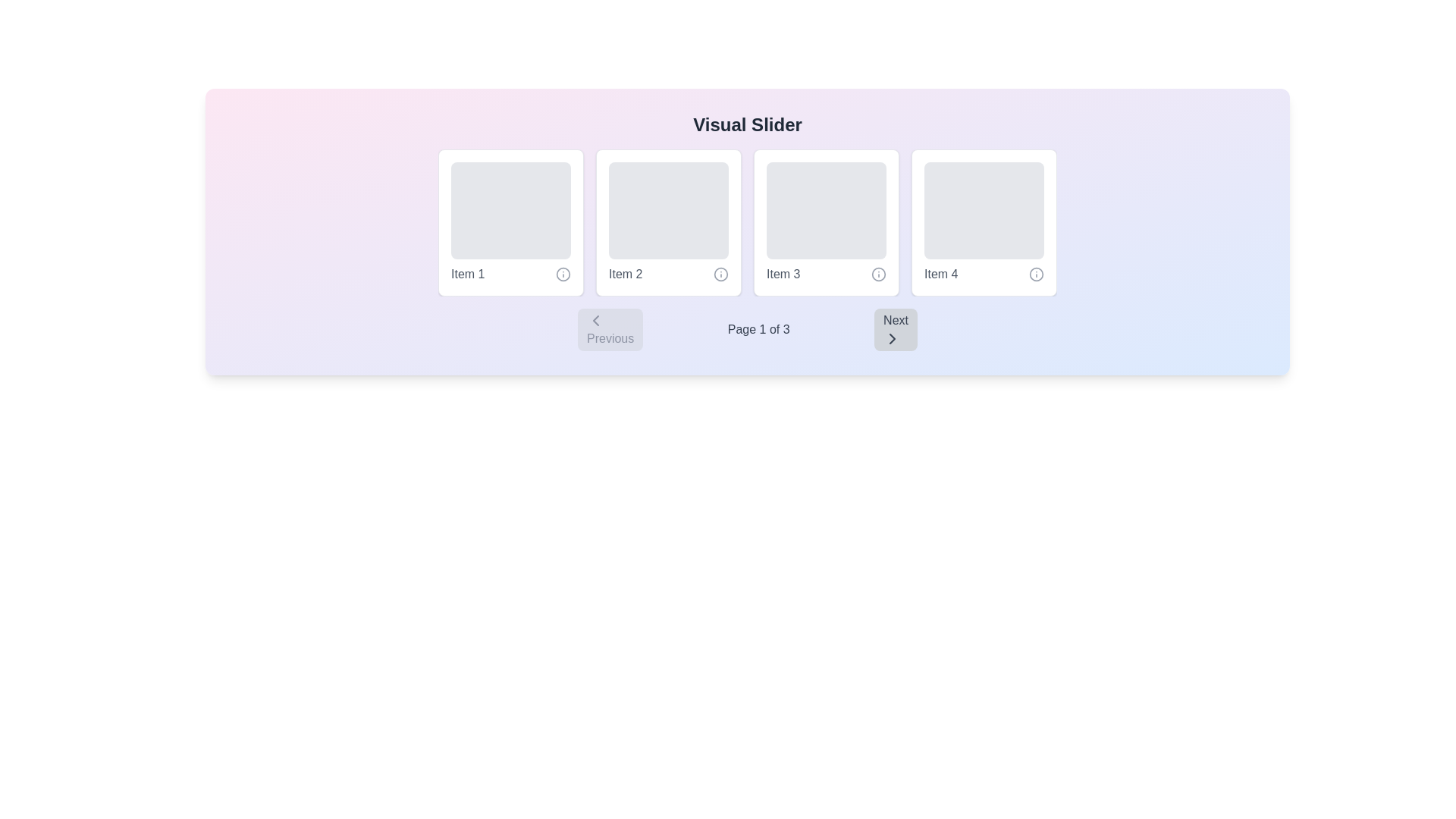  What do you see at coordinates (563, 275) in the screenshot?
I see `the circular gray icon with an 'i' symbol located in the bottom-right corner of 'Item 1'` at bounding box center [563, 275].